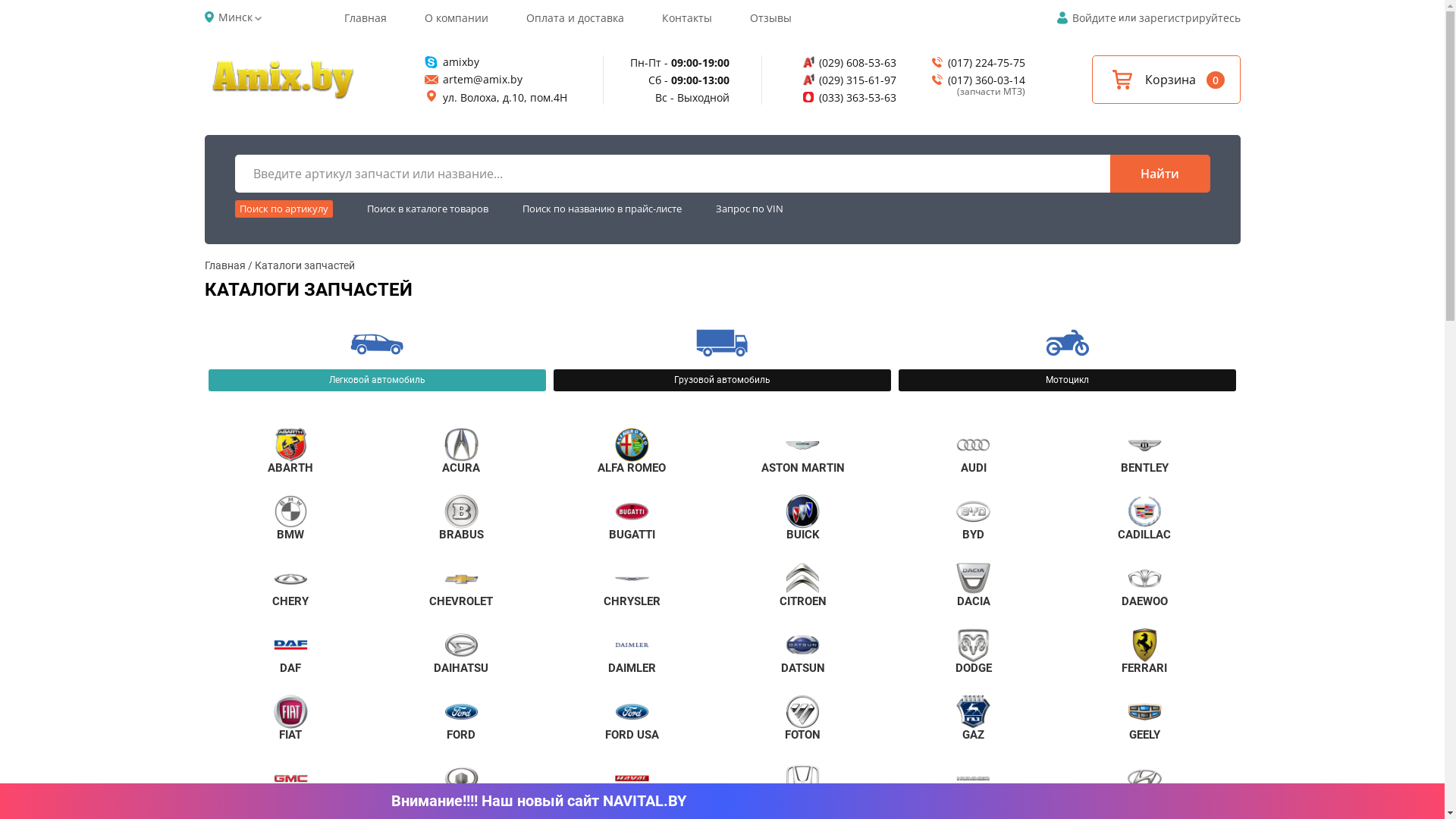 The height and width of the screenshot is (819, 1456). I want to click on 'HAVAL', so click(632, 784).